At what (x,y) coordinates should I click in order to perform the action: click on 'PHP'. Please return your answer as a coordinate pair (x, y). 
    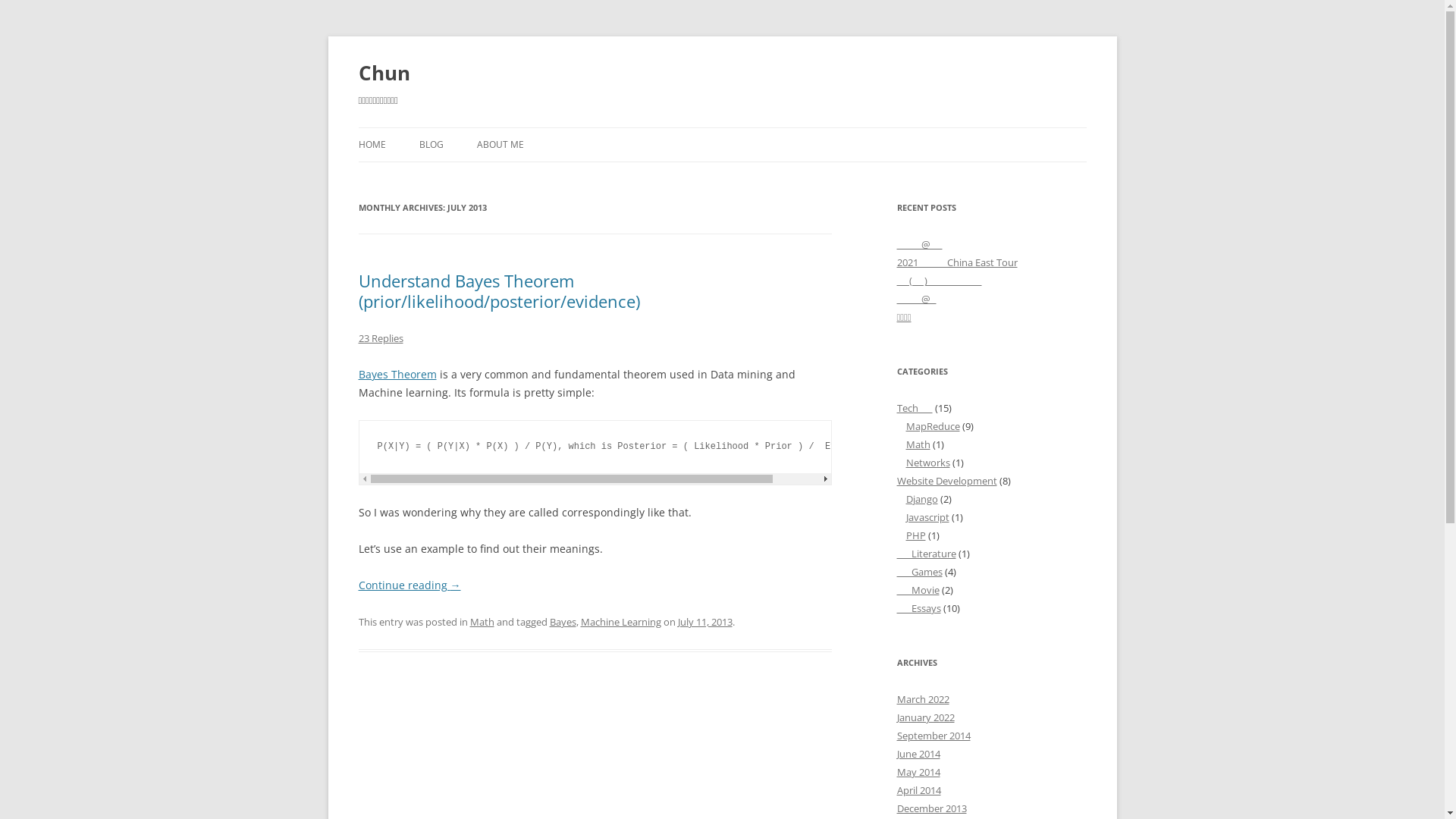
    Looking at the image, I should click on (914, 534).